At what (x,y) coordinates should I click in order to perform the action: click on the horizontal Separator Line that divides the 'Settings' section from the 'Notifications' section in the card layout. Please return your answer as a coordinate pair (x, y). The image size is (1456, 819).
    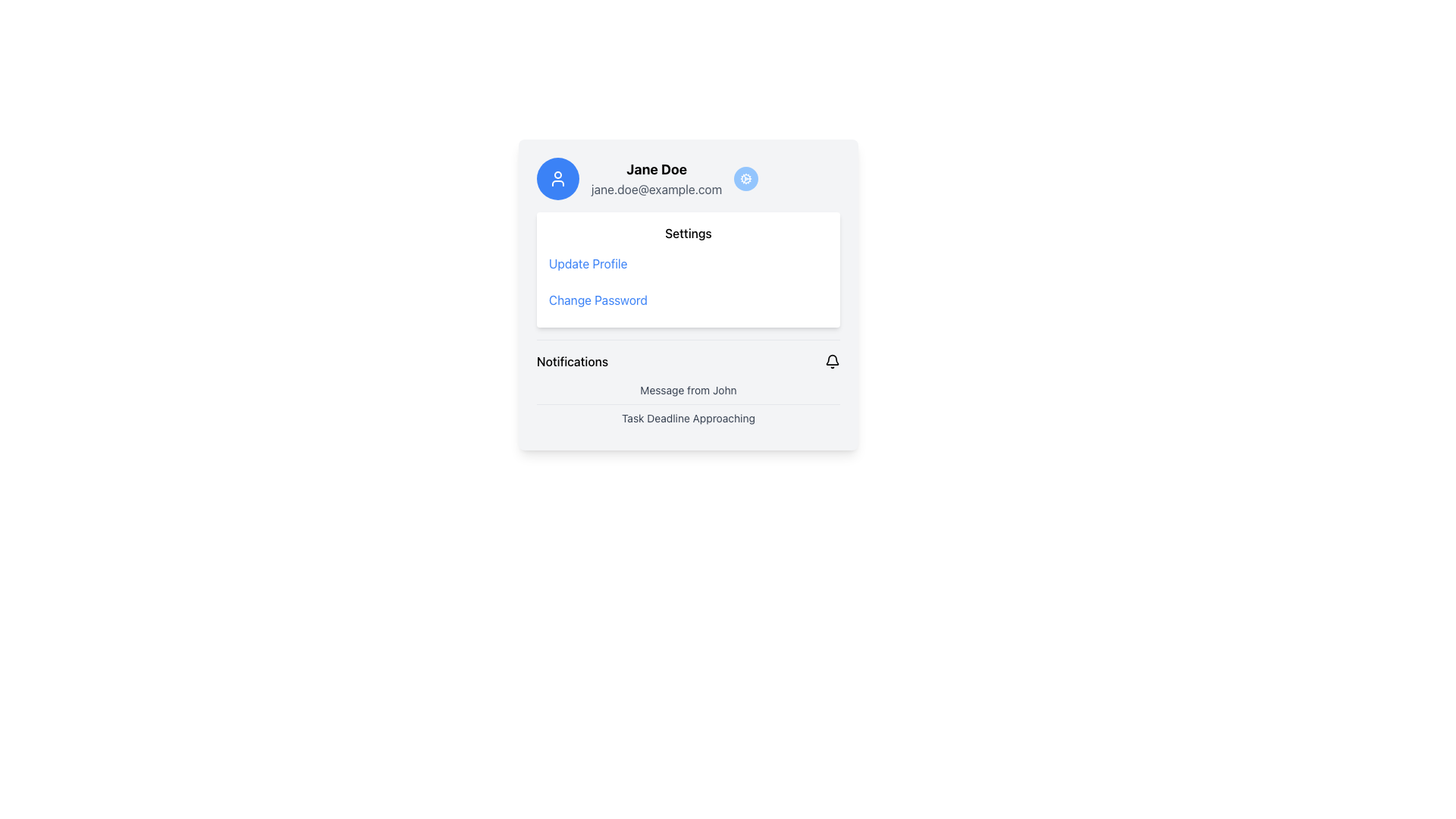
    Looking at the image, I should click on (687, 338).